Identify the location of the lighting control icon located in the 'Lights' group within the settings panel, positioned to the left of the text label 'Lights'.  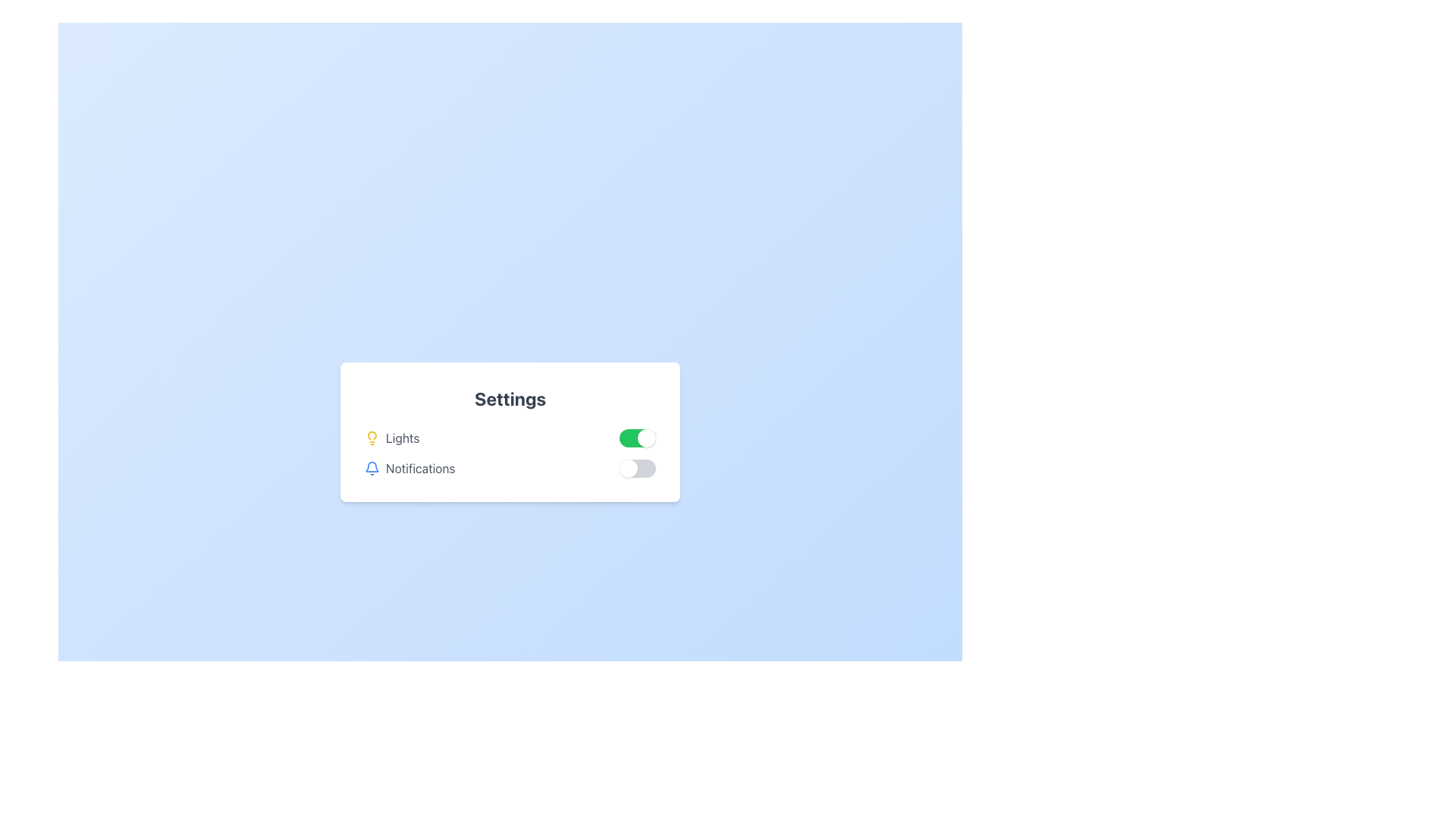
(372, 438).